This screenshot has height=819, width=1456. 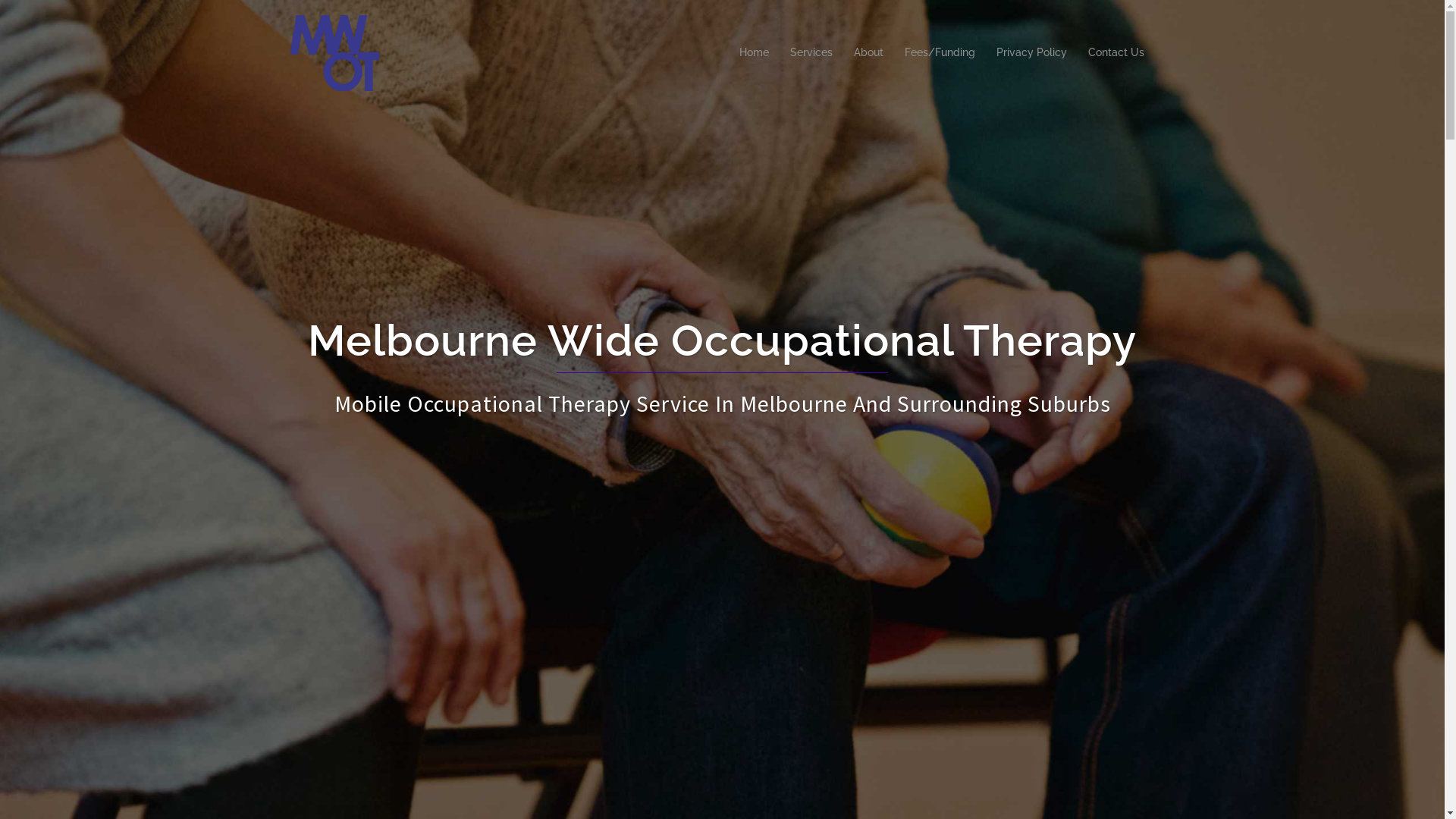 What do you see at coordinates (1115, 52) in the screenshot?
I see `'Contact Us'` at bounding box center [1115, 52].